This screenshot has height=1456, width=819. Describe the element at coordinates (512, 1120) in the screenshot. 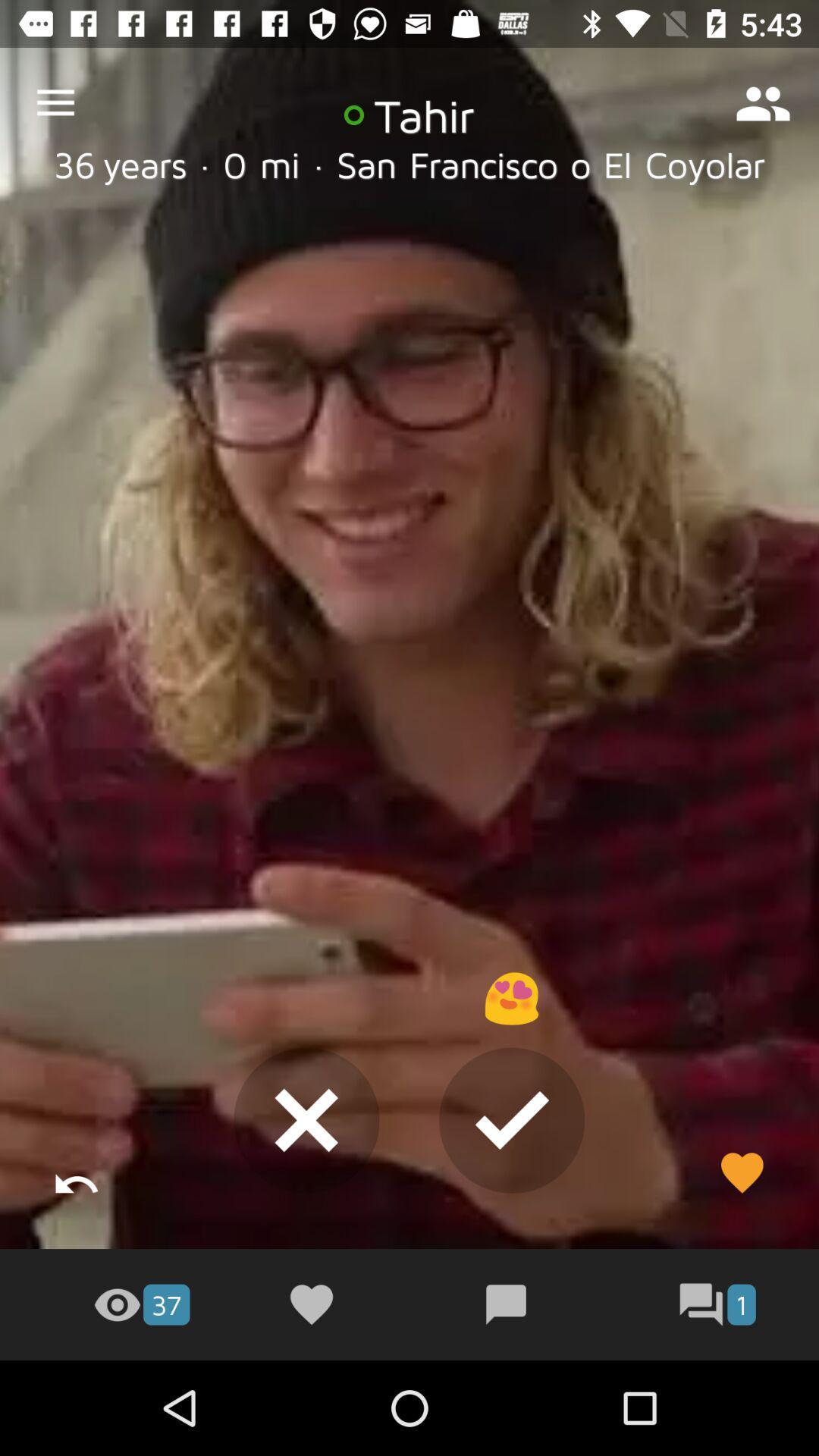

I see `the check icon` at that location.